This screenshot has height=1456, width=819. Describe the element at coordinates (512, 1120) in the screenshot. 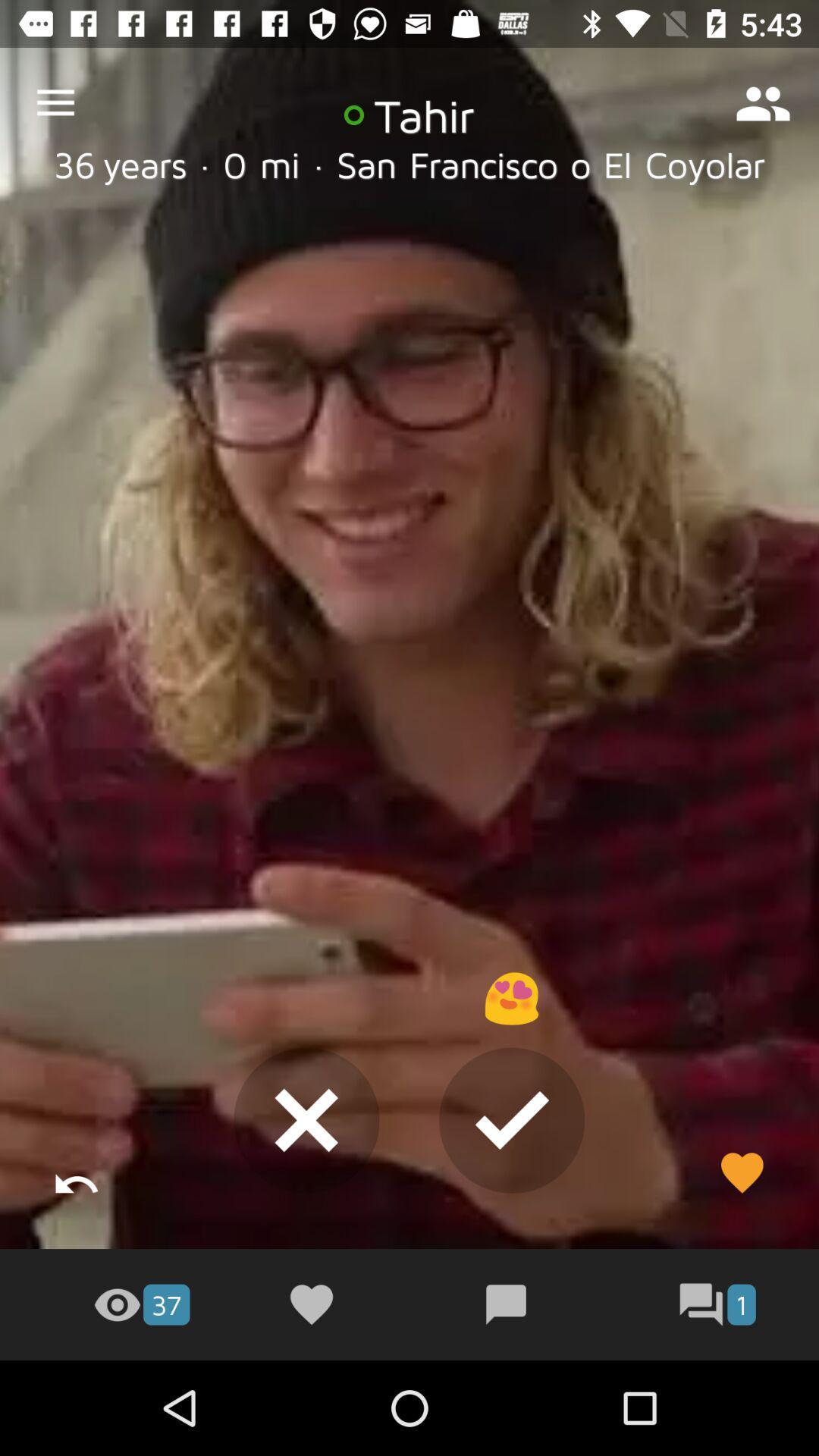

I see `the check icon` at that location.